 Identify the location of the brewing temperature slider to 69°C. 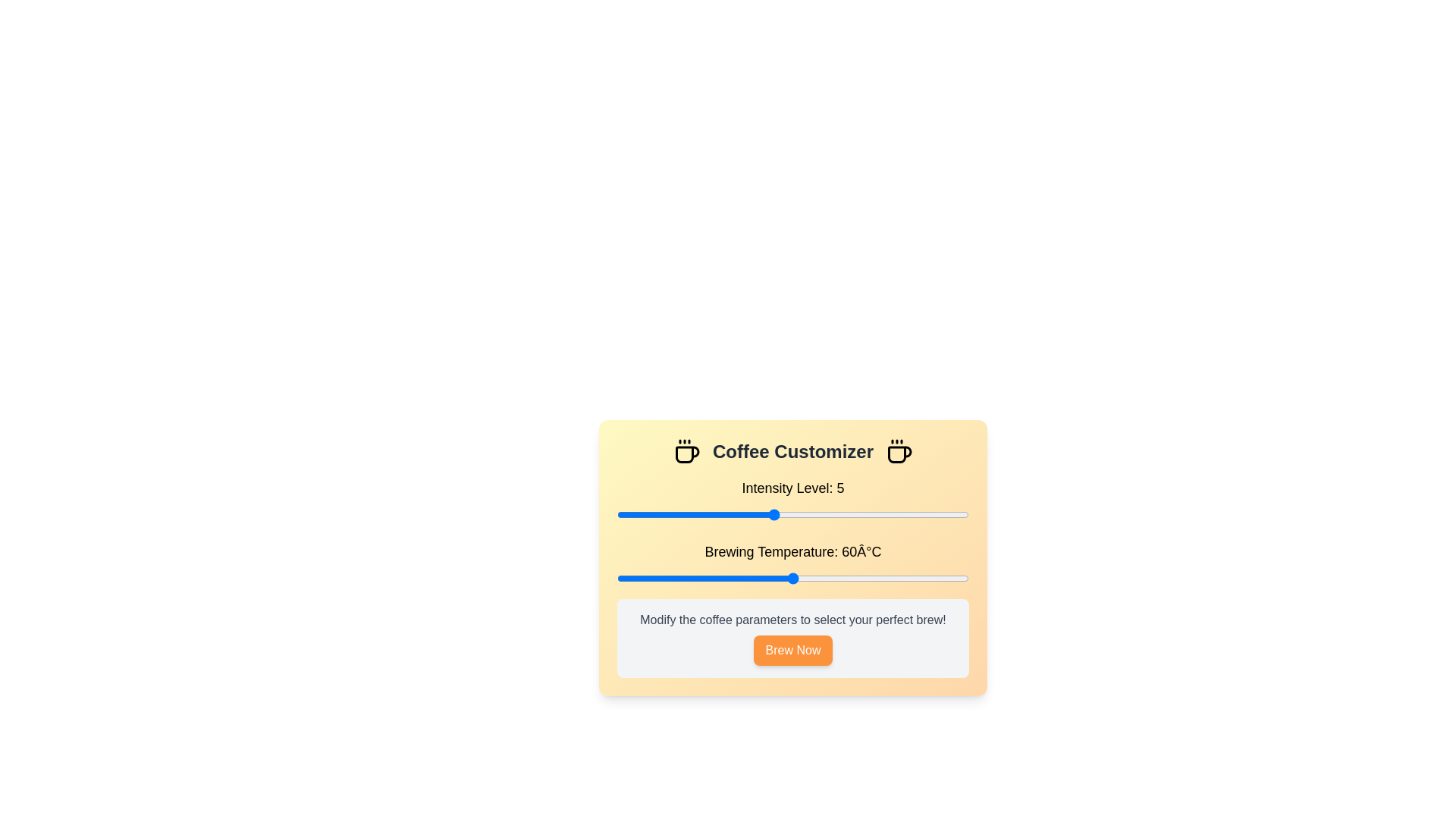
(845, 579).